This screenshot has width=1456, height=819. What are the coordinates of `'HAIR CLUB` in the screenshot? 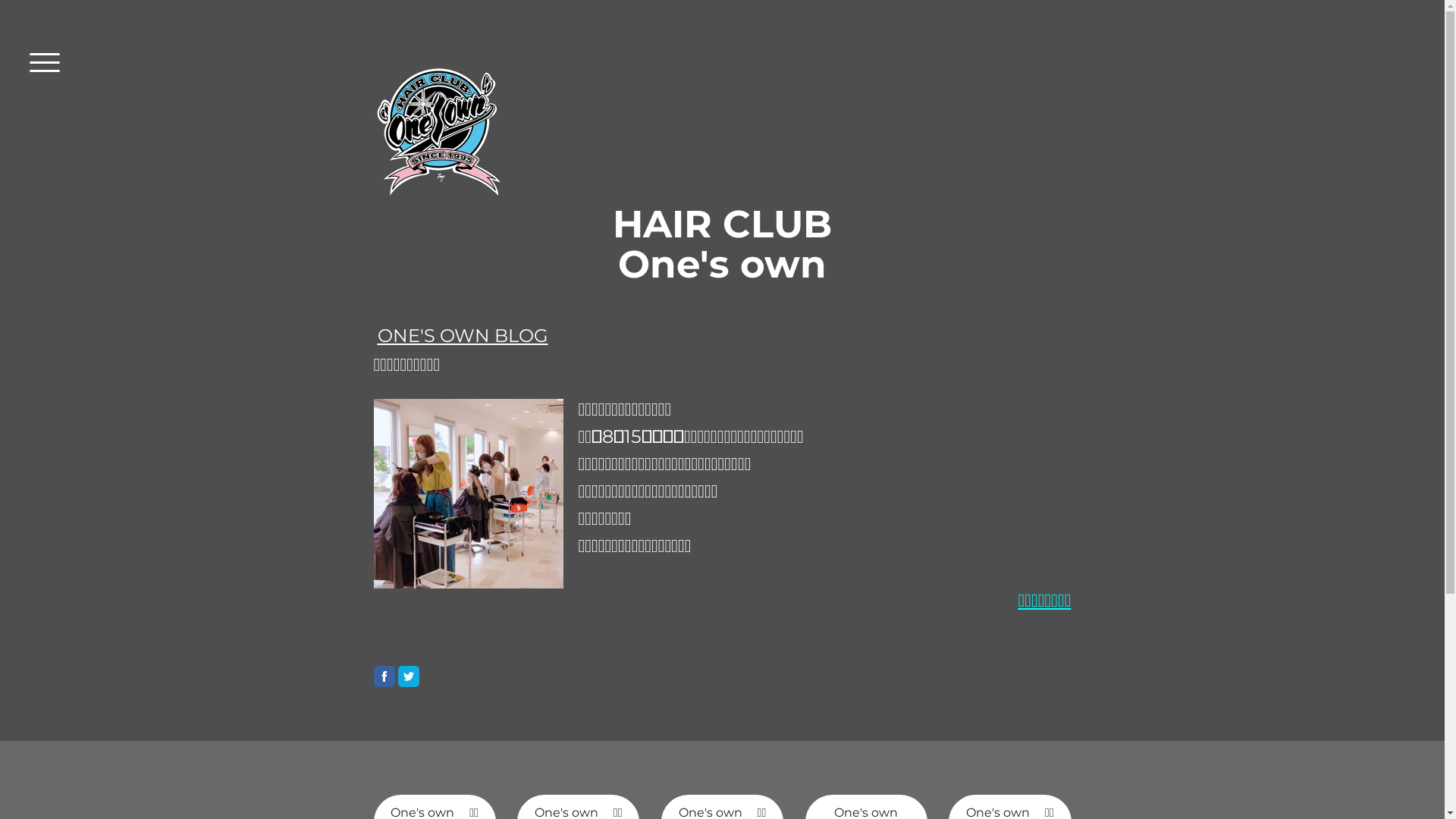 It's located at (720, 243).